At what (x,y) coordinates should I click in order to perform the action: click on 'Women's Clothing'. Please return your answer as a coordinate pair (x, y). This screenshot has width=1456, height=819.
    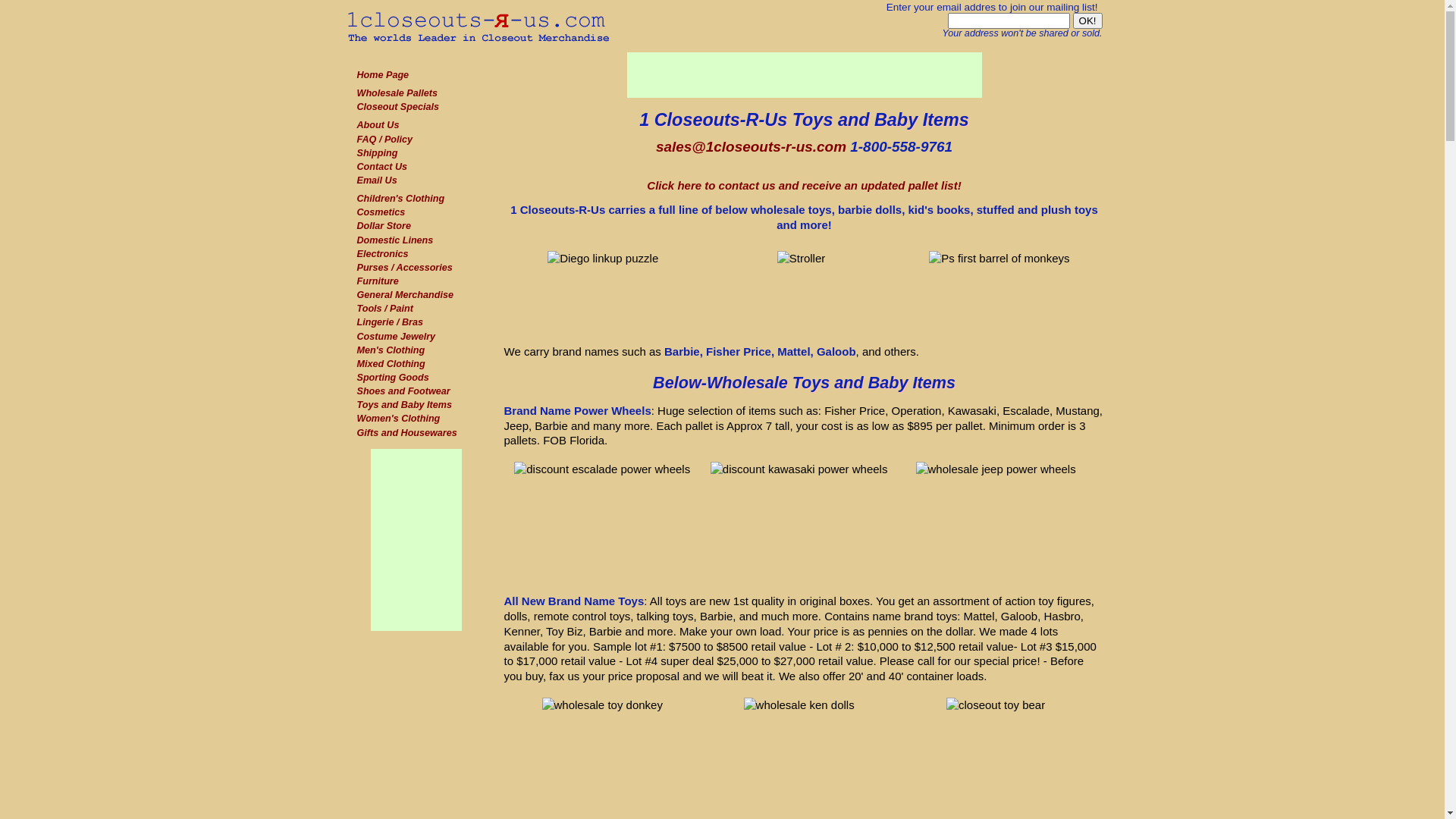
    Looking at the image, I should click on (397, 418).